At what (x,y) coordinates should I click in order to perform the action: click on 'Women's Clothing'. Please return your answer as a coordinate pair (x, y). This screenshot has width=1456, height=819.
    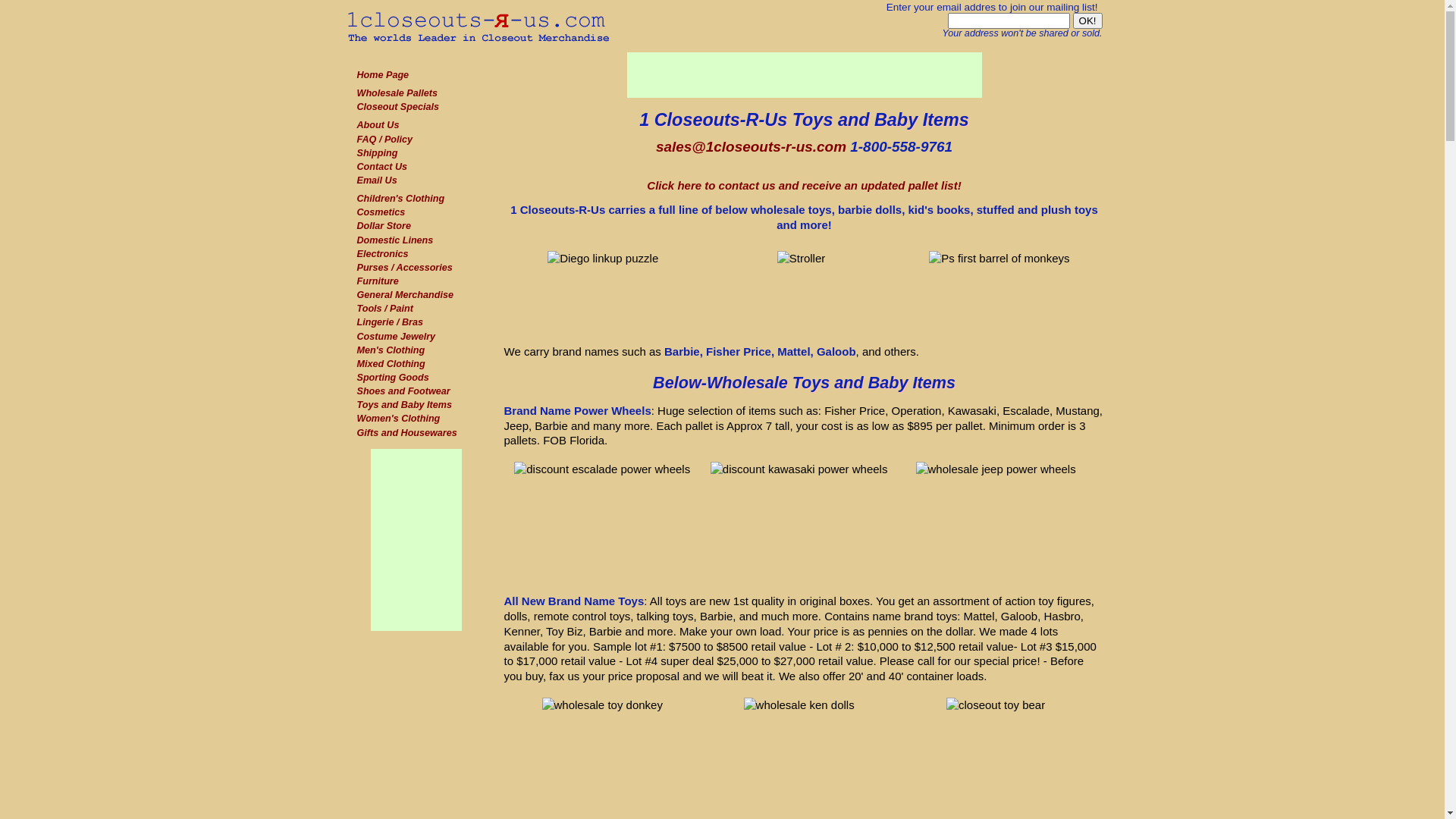
    Looking at the image, I should click on (397, 418).